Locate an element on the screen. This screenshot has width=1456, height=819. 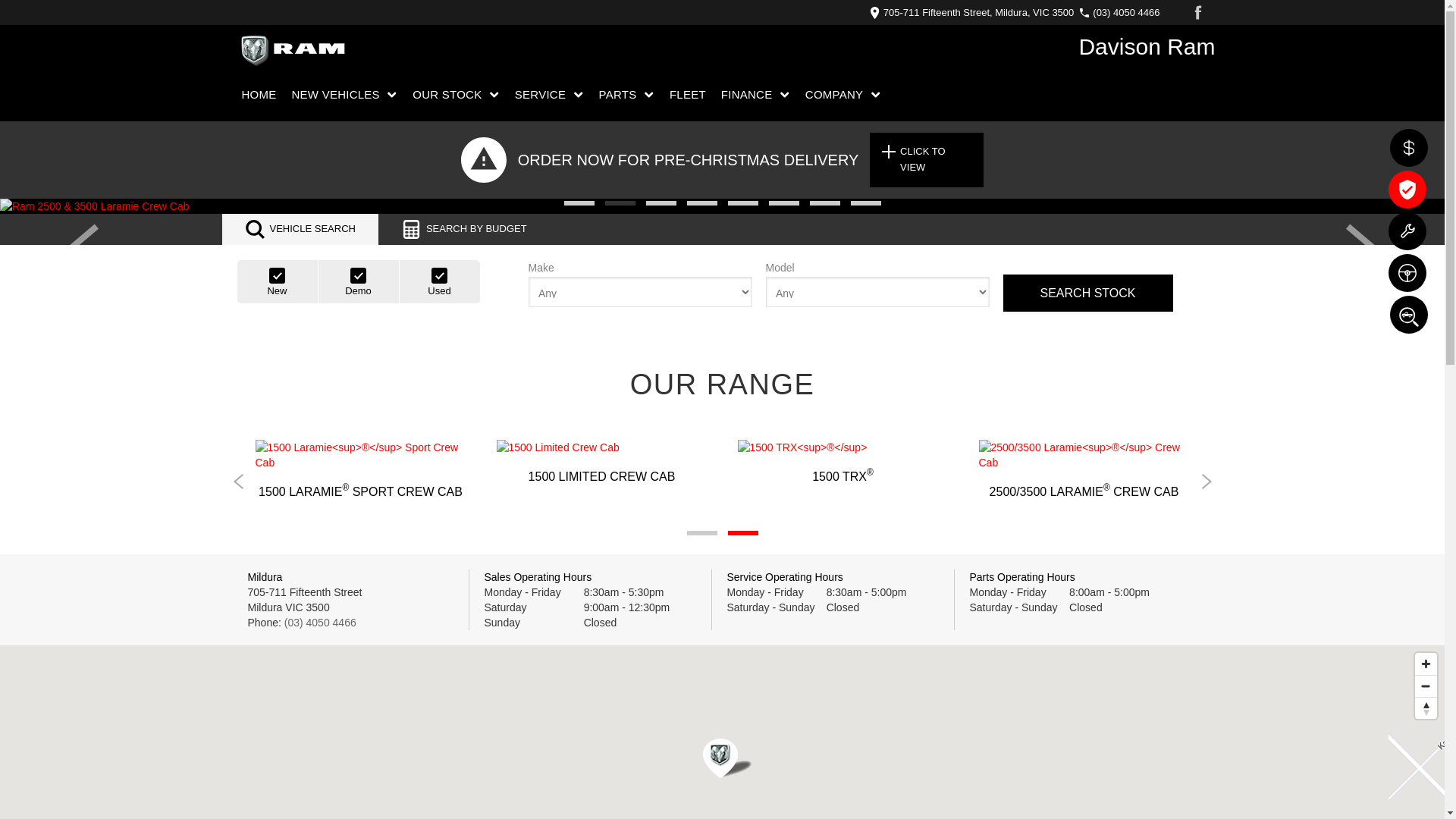
'SERVICE' is located at coordinates (548, 94).